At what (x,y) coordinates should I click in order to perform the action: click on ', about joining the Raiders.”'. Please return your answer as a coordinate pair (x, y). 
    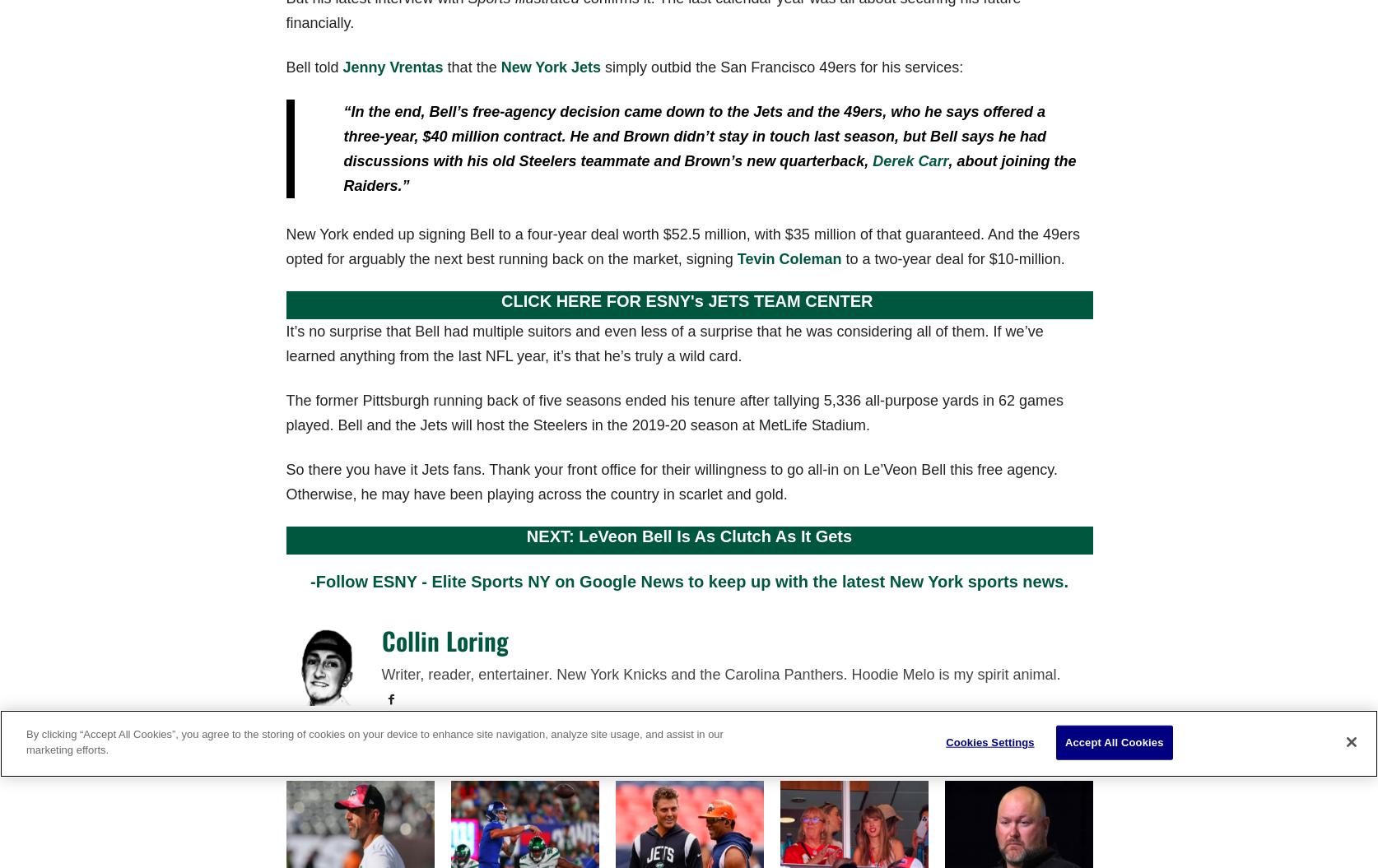
    Looking at the image, I should click on (709, 172).